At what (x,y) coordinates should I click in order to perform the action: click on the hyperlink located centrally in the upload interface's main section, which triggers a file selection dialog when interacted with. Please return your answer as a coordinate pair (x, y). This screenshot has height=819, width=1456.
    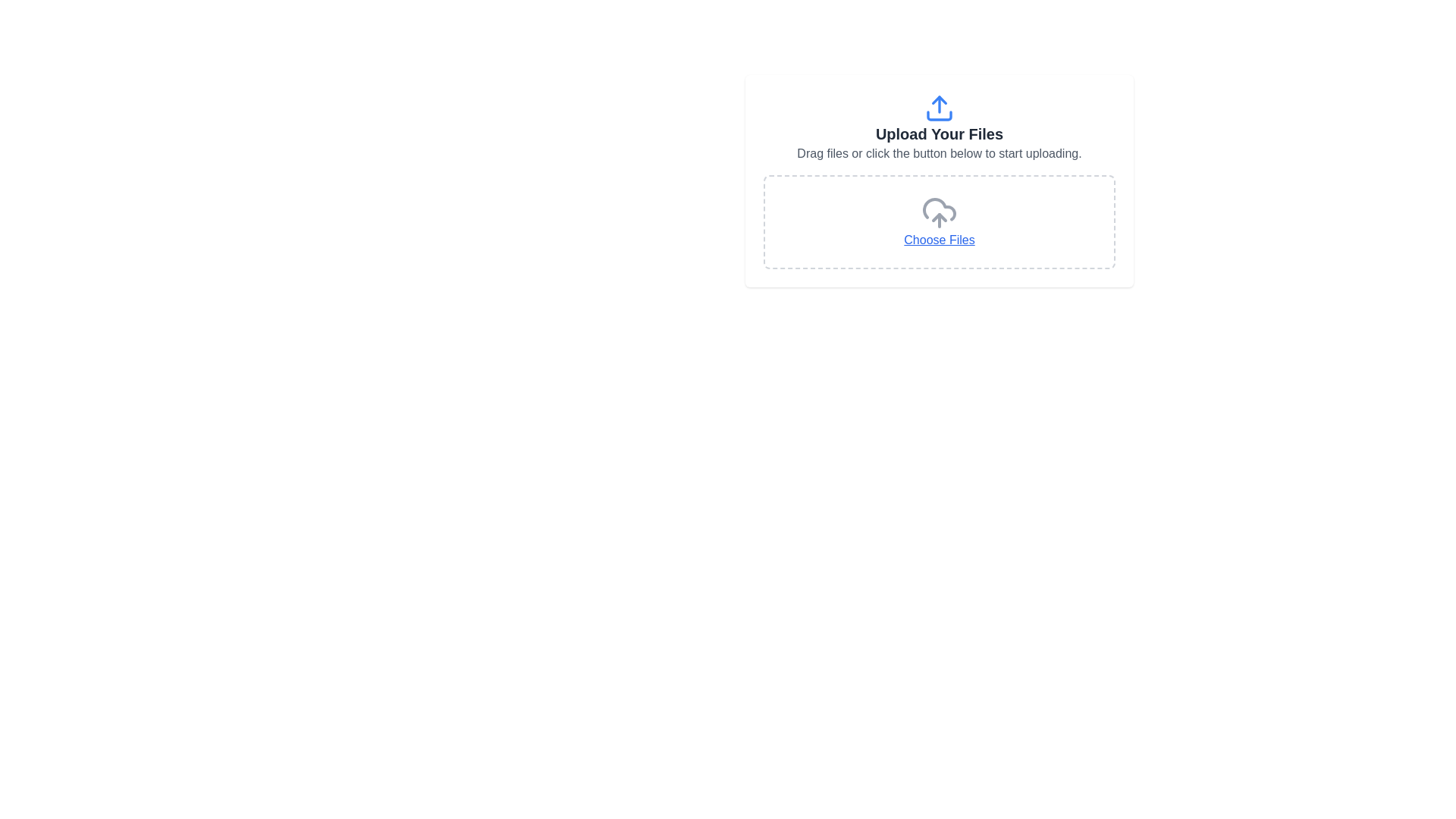
    Looking at the image, I should click on (938, 239).